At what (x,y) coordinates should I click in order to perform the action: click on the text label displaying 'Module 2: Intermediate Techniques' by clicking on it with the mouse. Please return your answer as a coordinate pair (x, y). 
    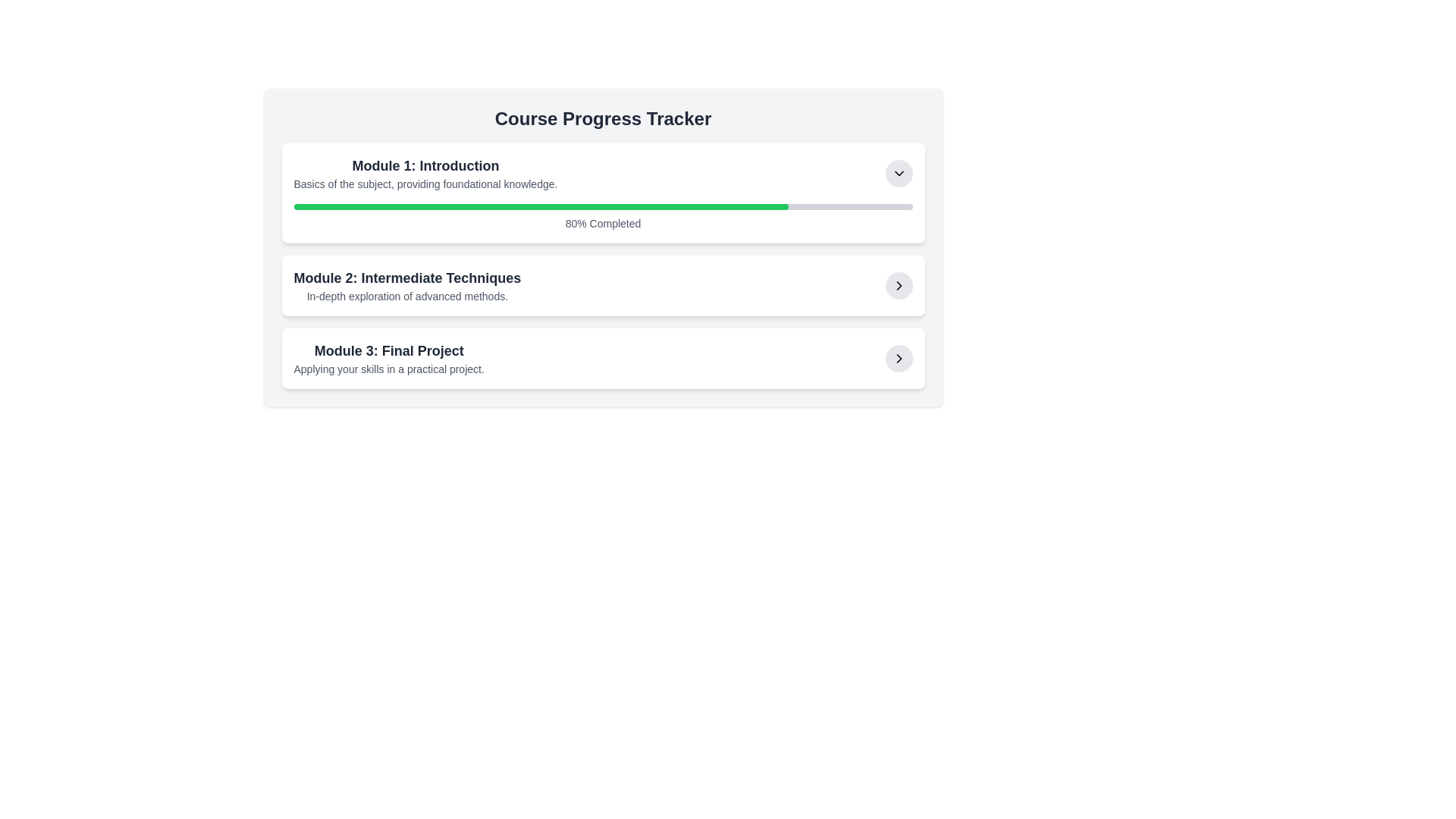
    Looking at the image, I should click on (407, 278).